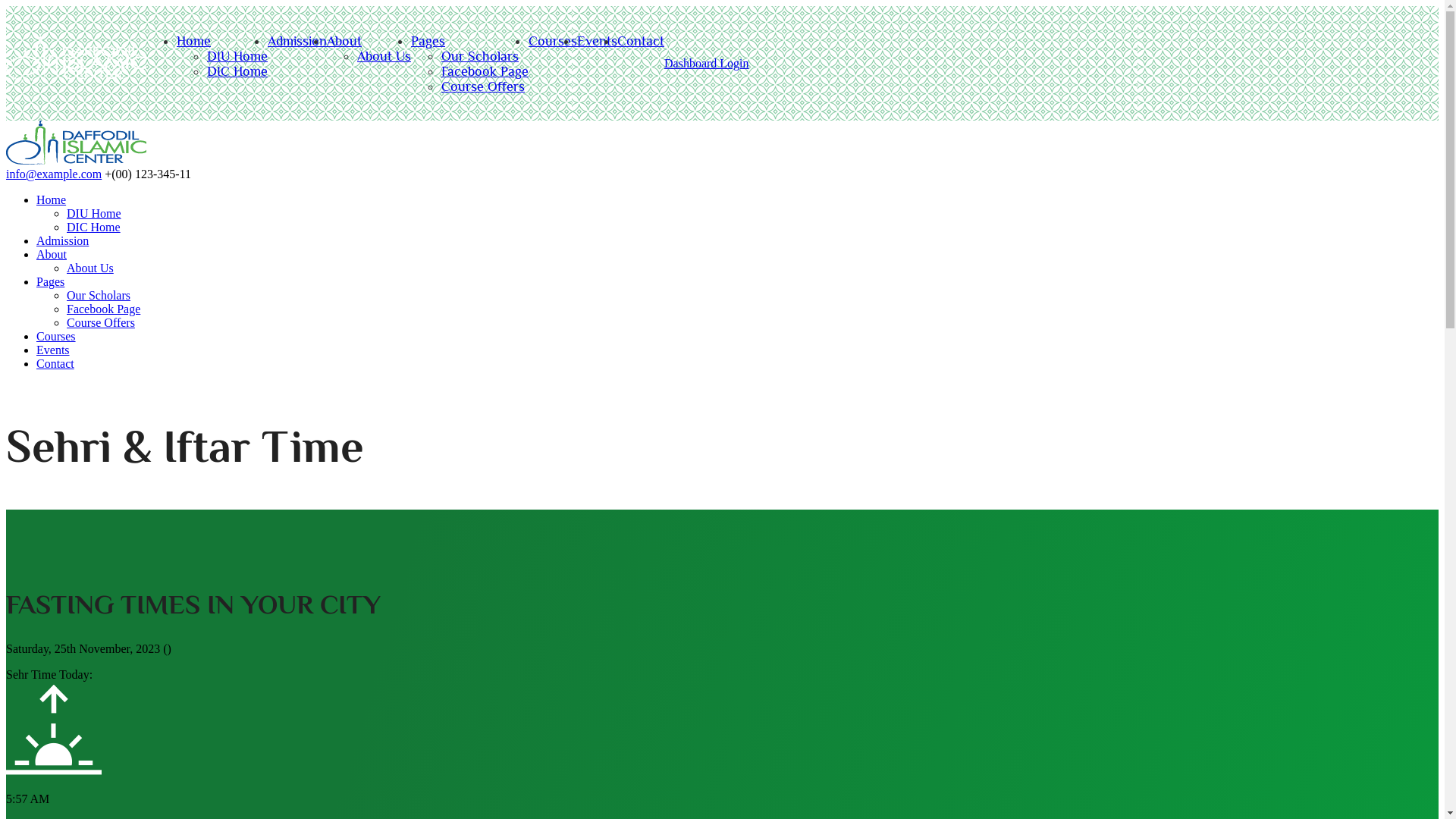 Image resolution: width=1456 pixels, height=819 pixels. Describe the element at coordinates (36, 199) in the screenshot. I see `'Home'` at that location.